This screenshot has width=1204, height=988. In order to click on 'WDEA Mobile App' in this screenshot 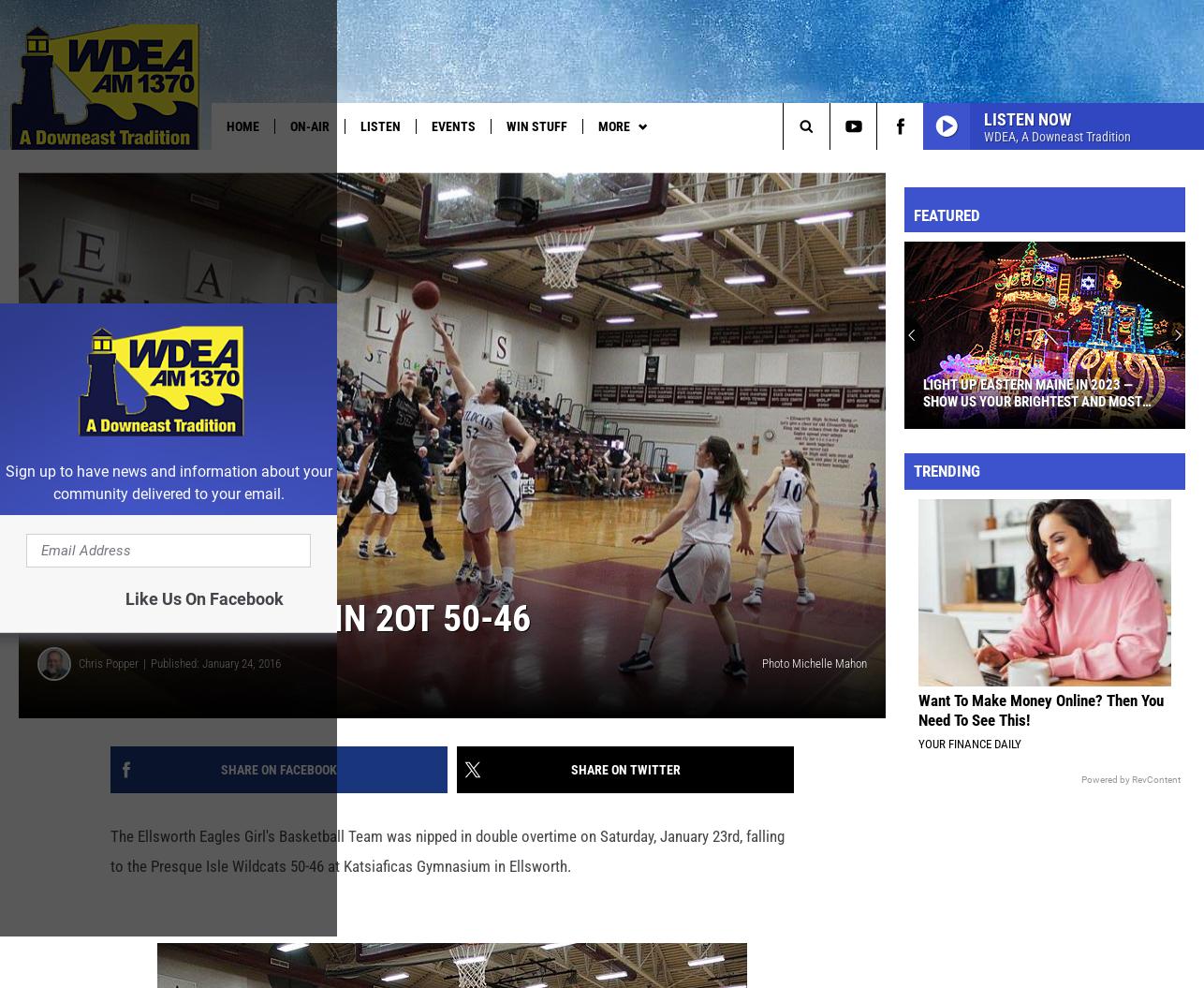, I will do `click(903, 164)`.